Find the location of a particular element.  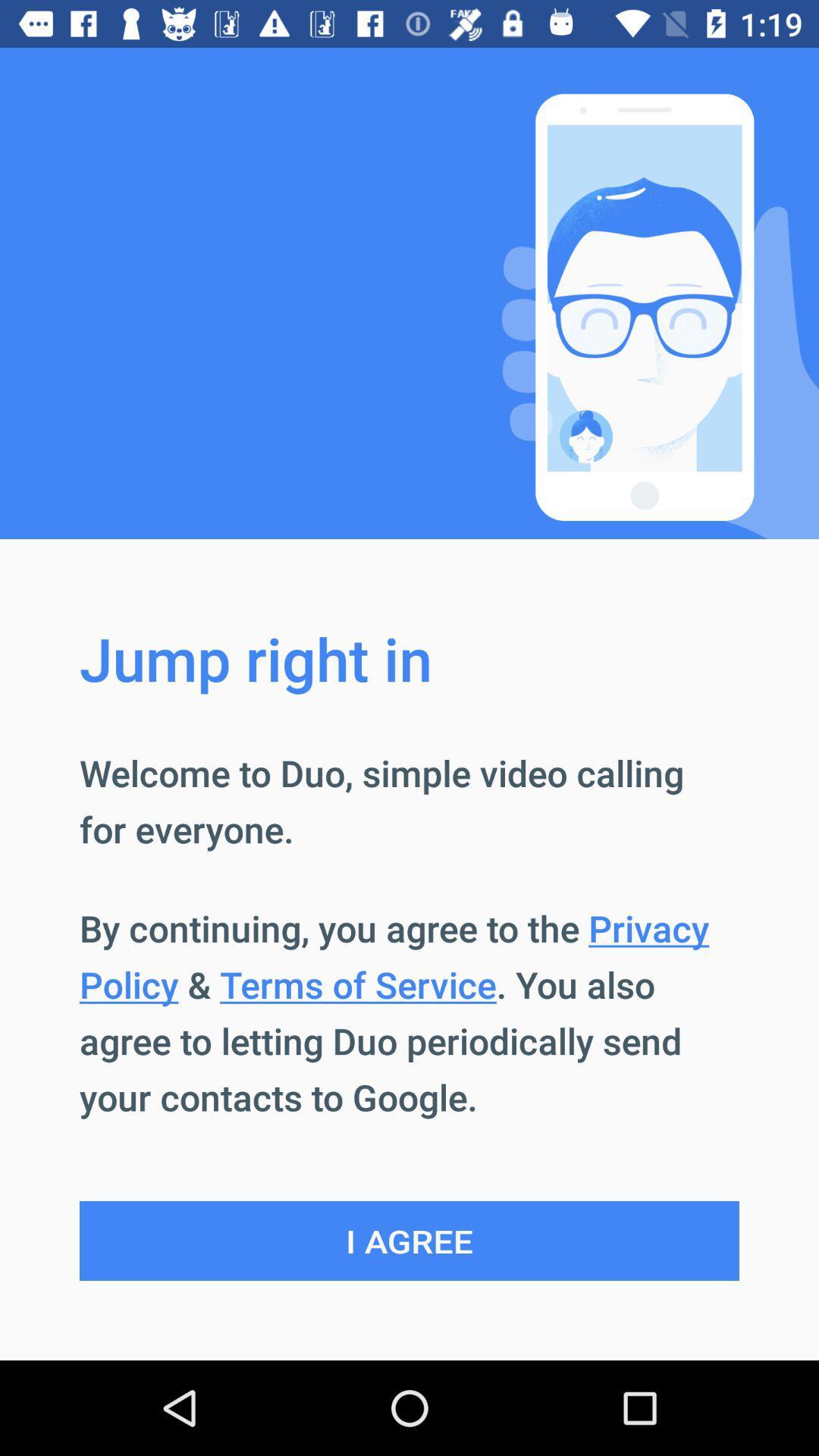

i agree item is located at coordinates (409, 1241).